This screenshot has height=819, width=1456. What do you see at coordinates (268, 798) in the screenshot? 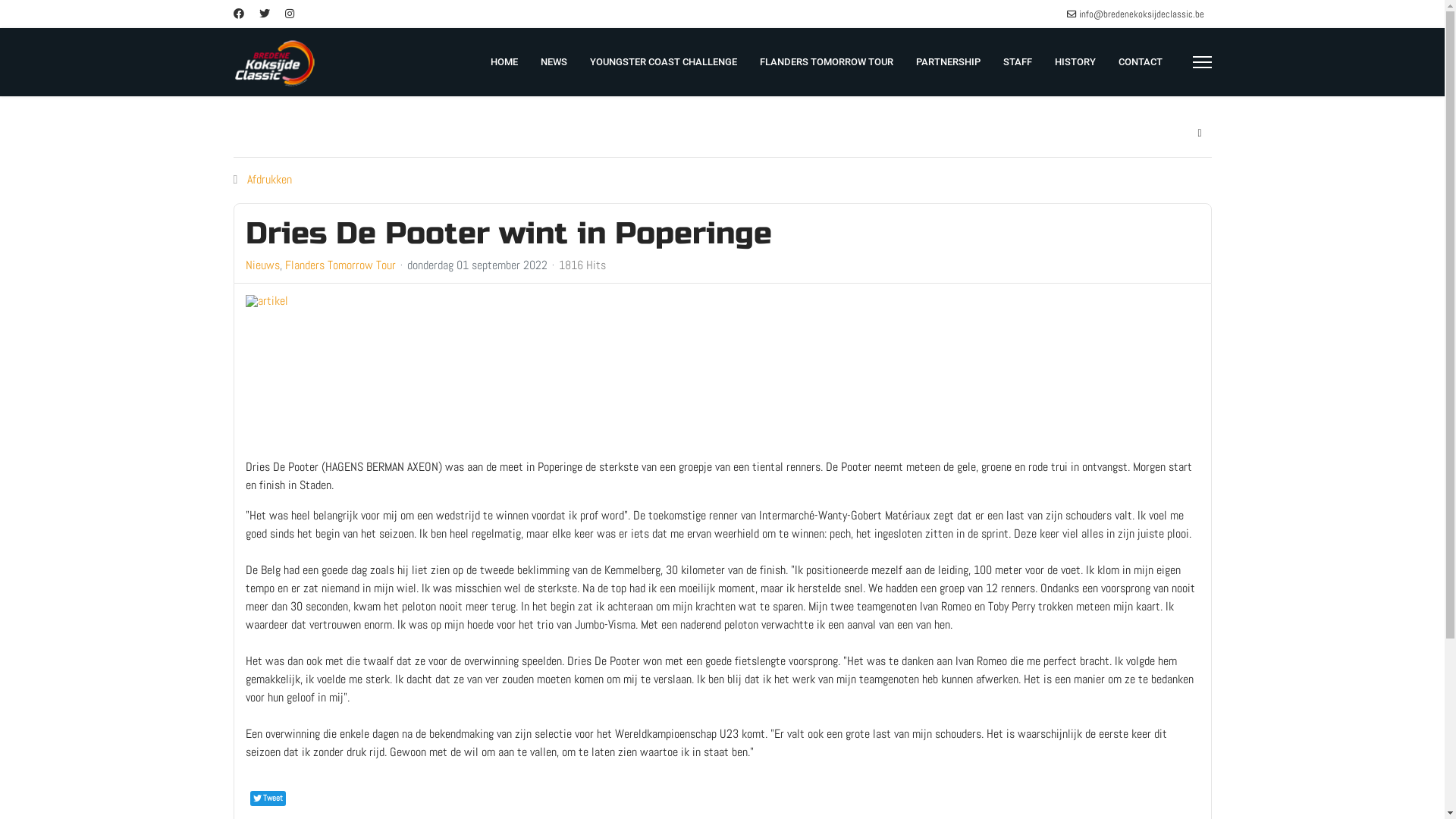
I see `'Tweet'` at bounding box center [268, 798].